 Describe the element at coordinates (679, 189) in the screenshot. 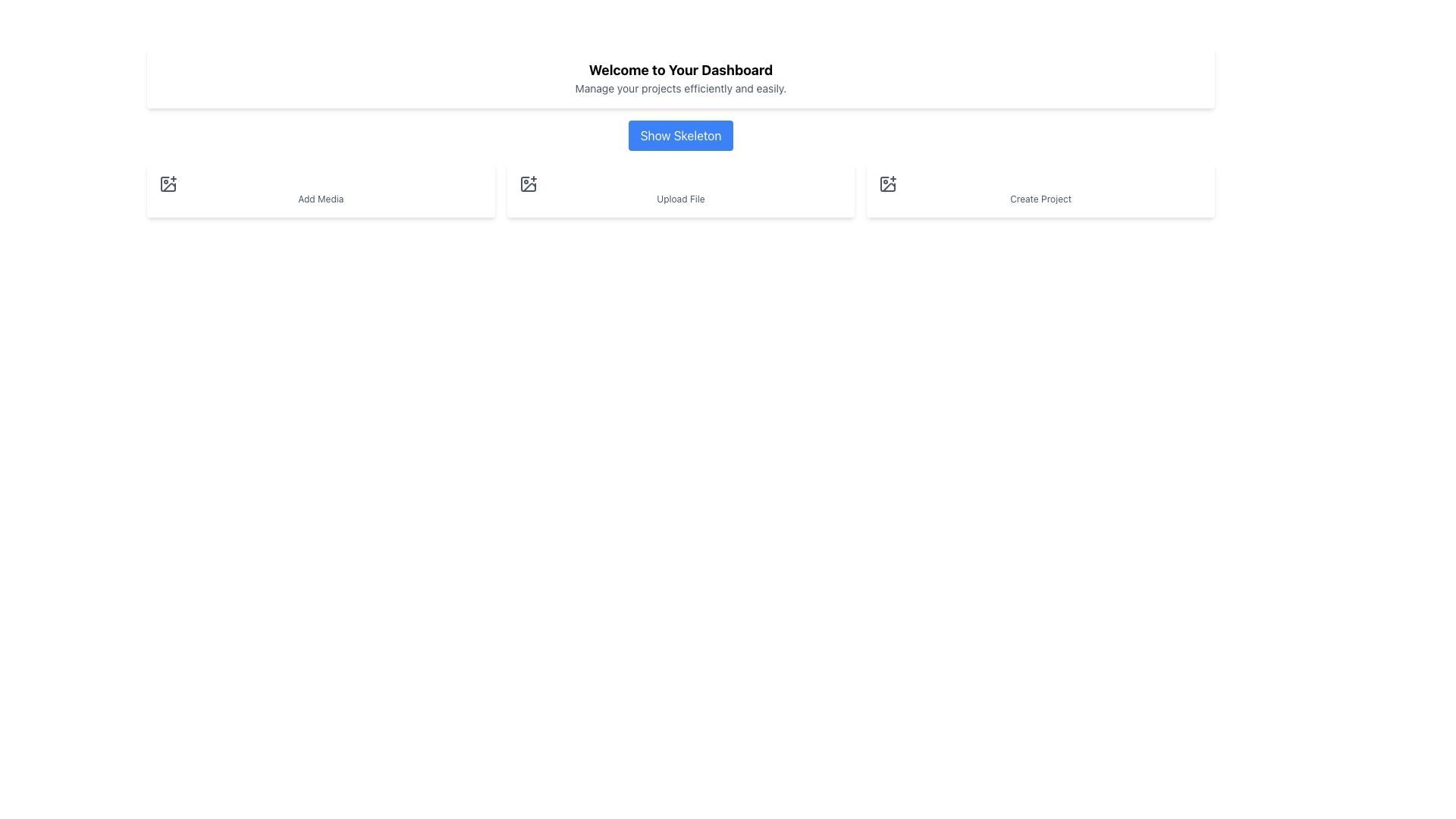

I see `the 'Upload File' card, which displays the text 'Upload File' in small gray font below a picture icon with a plus sign, to initiate a file upload process` at that location.